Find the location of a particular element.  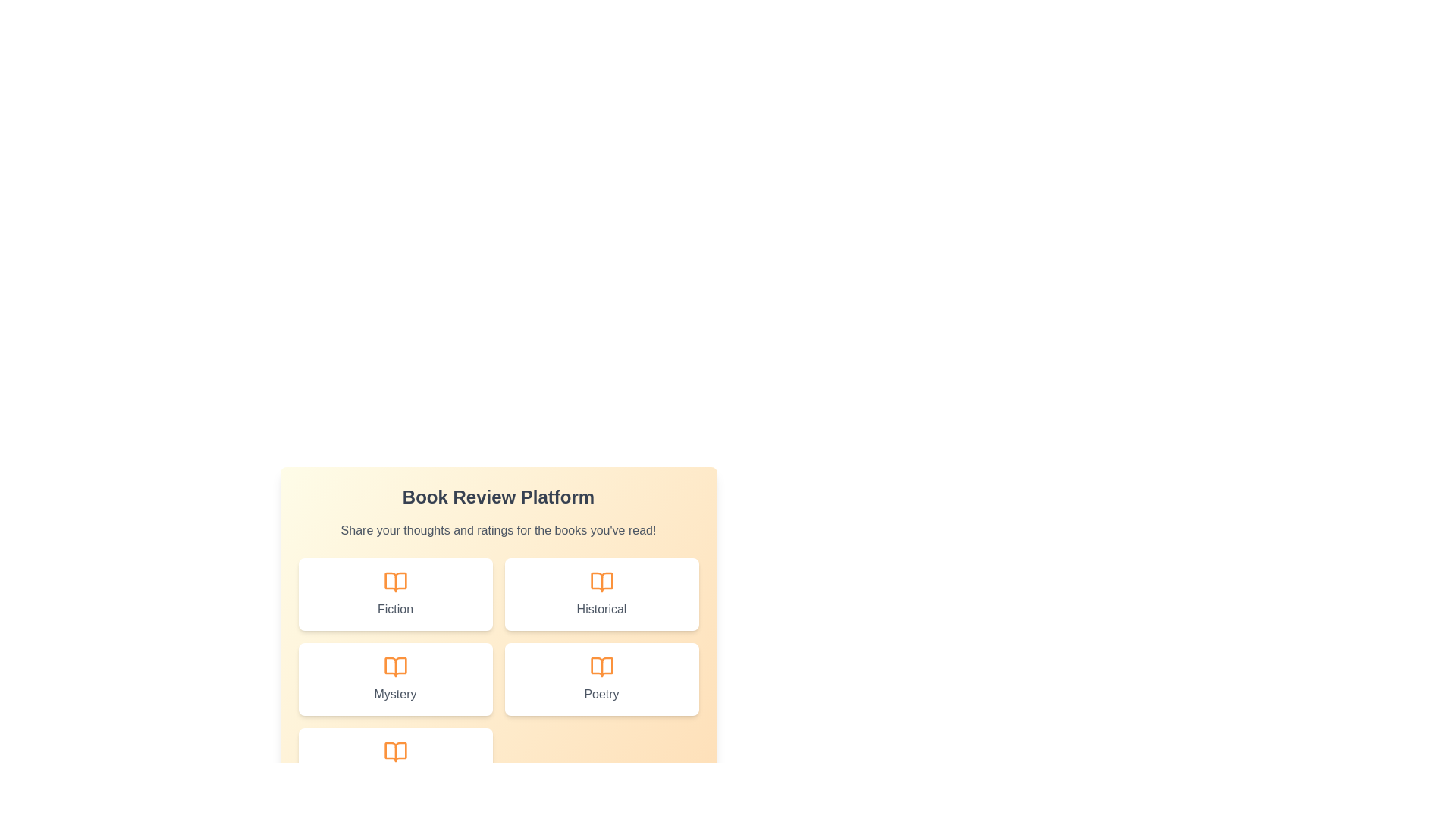

the 'Poetry' category label located in the bottom-right cell of the grid, which is part of a white card component on the book review platform is located at coordinates (601, 694).